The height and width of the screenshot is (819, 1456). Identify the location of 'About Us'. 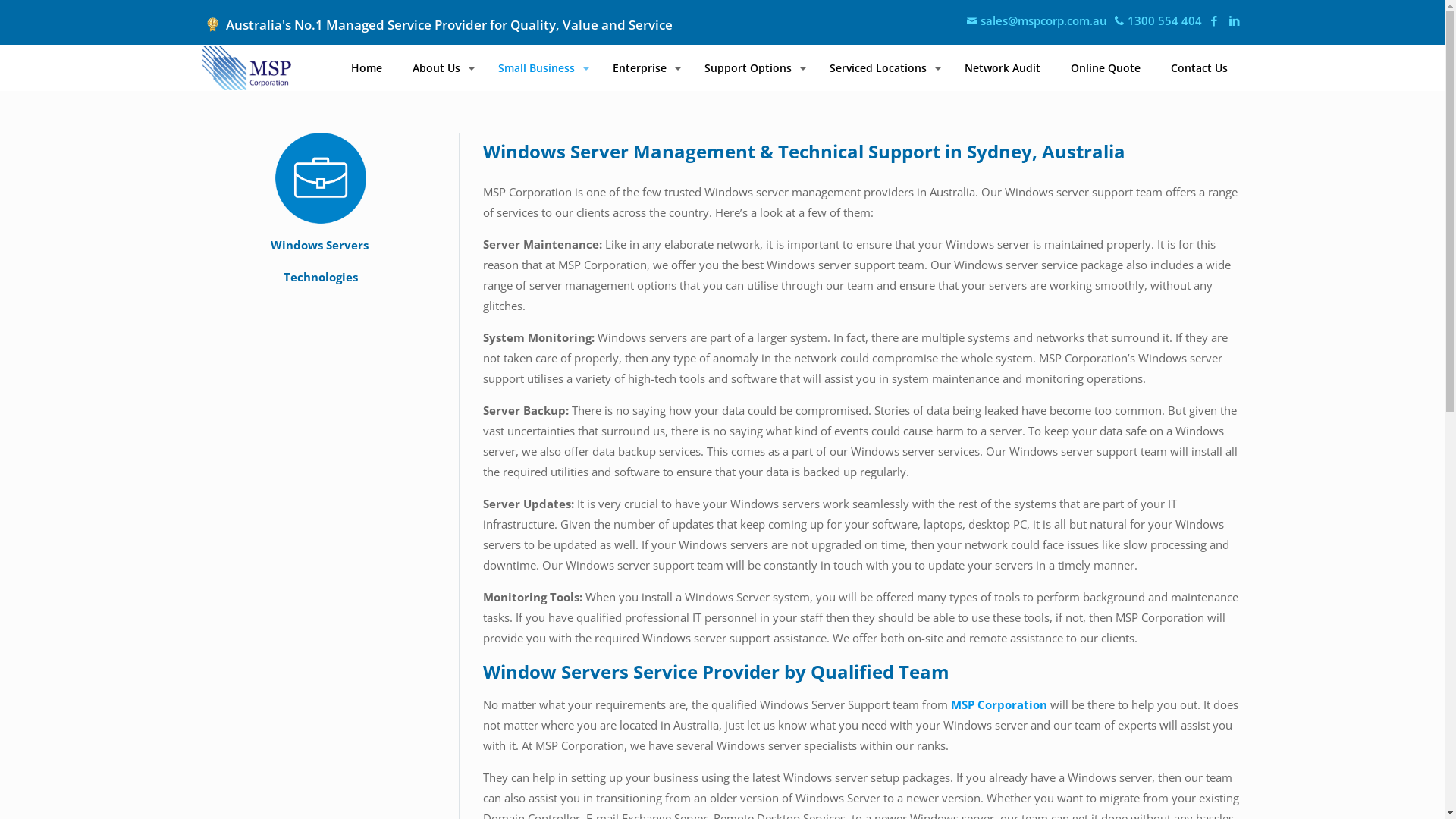
(439, 67).